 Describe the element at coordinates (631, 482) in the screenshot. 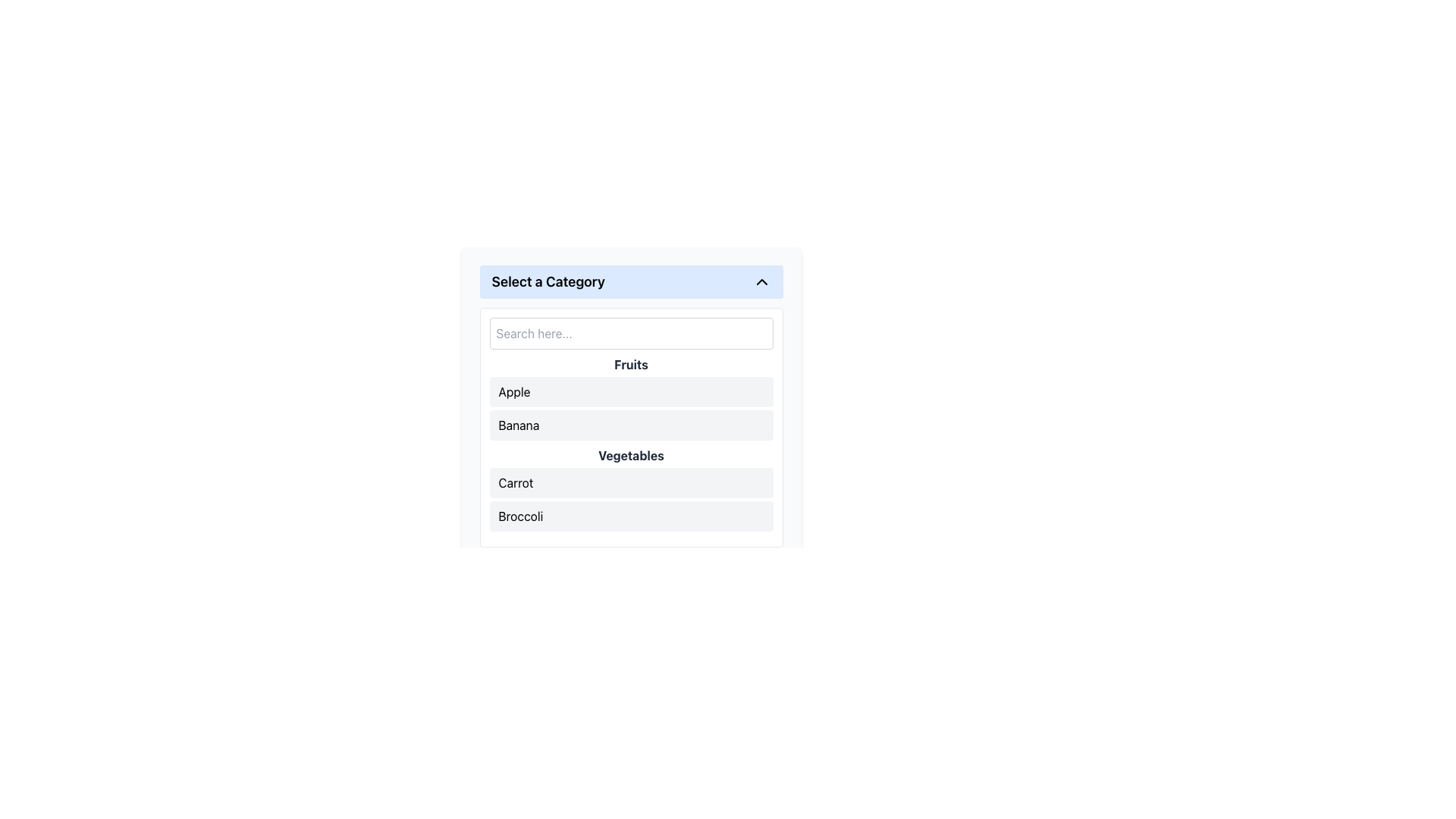

I see `the first selectable list item labeled 'Carrot' in the 'Vegetables' category of the dropdown` at that location.